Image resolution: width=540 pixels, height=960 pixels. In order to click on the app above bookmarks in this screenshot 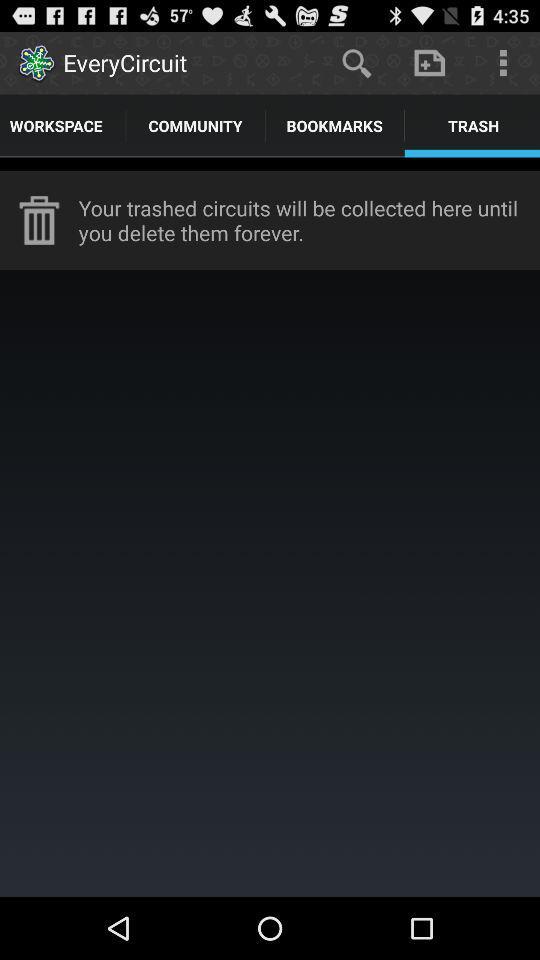, I will do `click(355, 62)`.